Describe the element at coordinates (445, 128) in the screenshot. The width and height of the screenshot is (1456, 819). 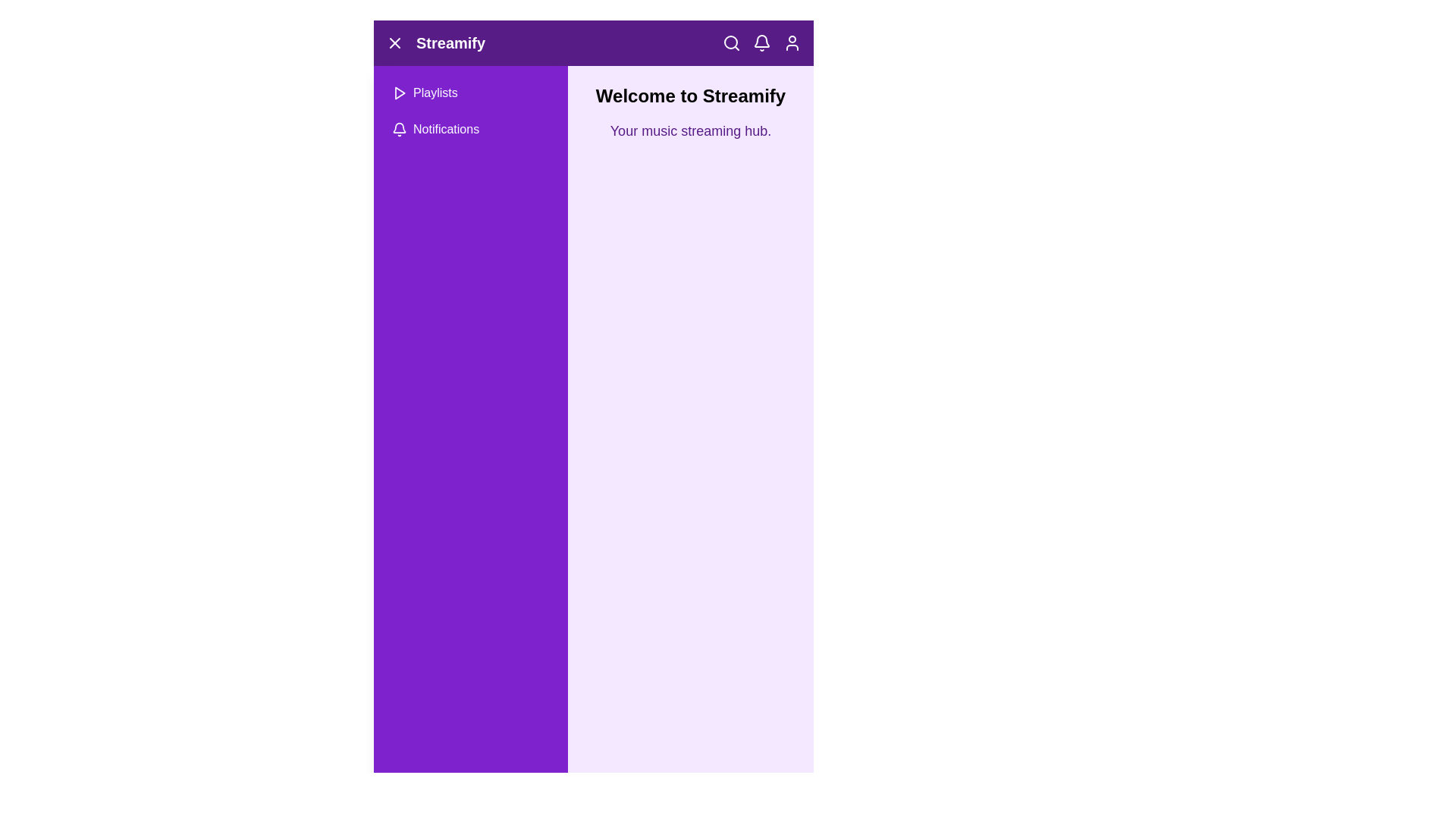
I see `the 'Notifications' text label located in the collapsible side menu, which is the second menu item following 'Playlists'` at that location.